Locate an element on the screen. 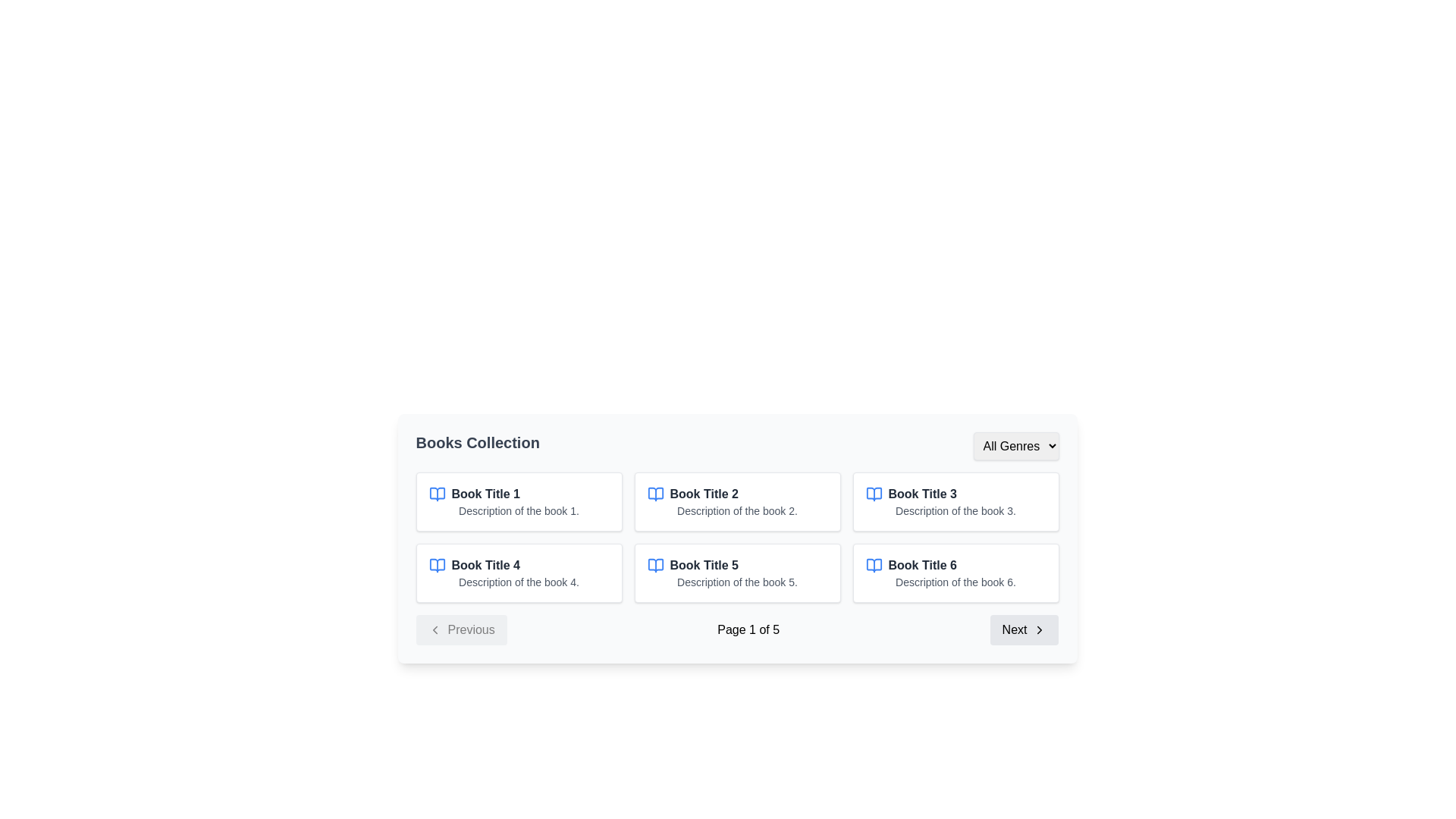 This screenshot has height=819, width=1456. the first card element representing a book in the grid layout is located at coordinates (519, 502).